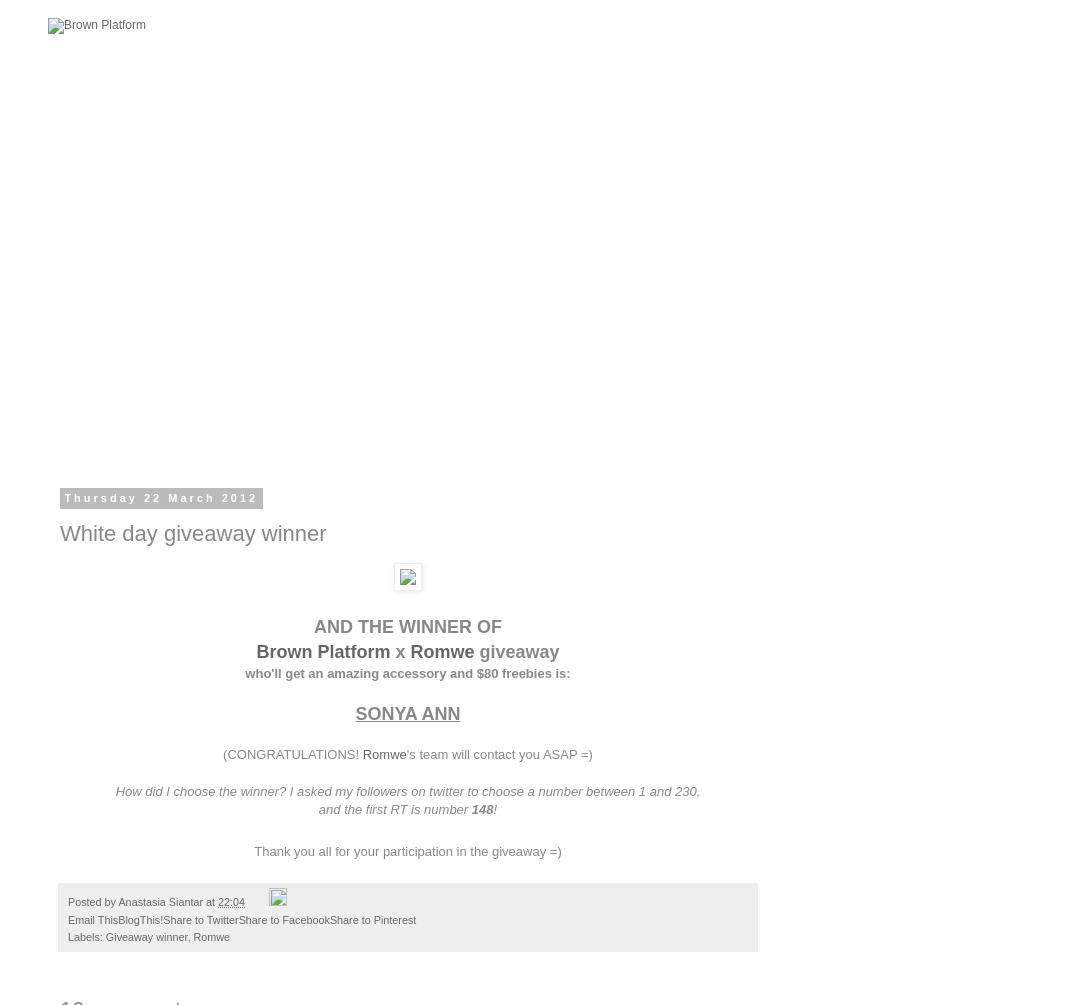  Describe the element at coordinates (212, 900) in the screenshot. I see `'at'` at that location.